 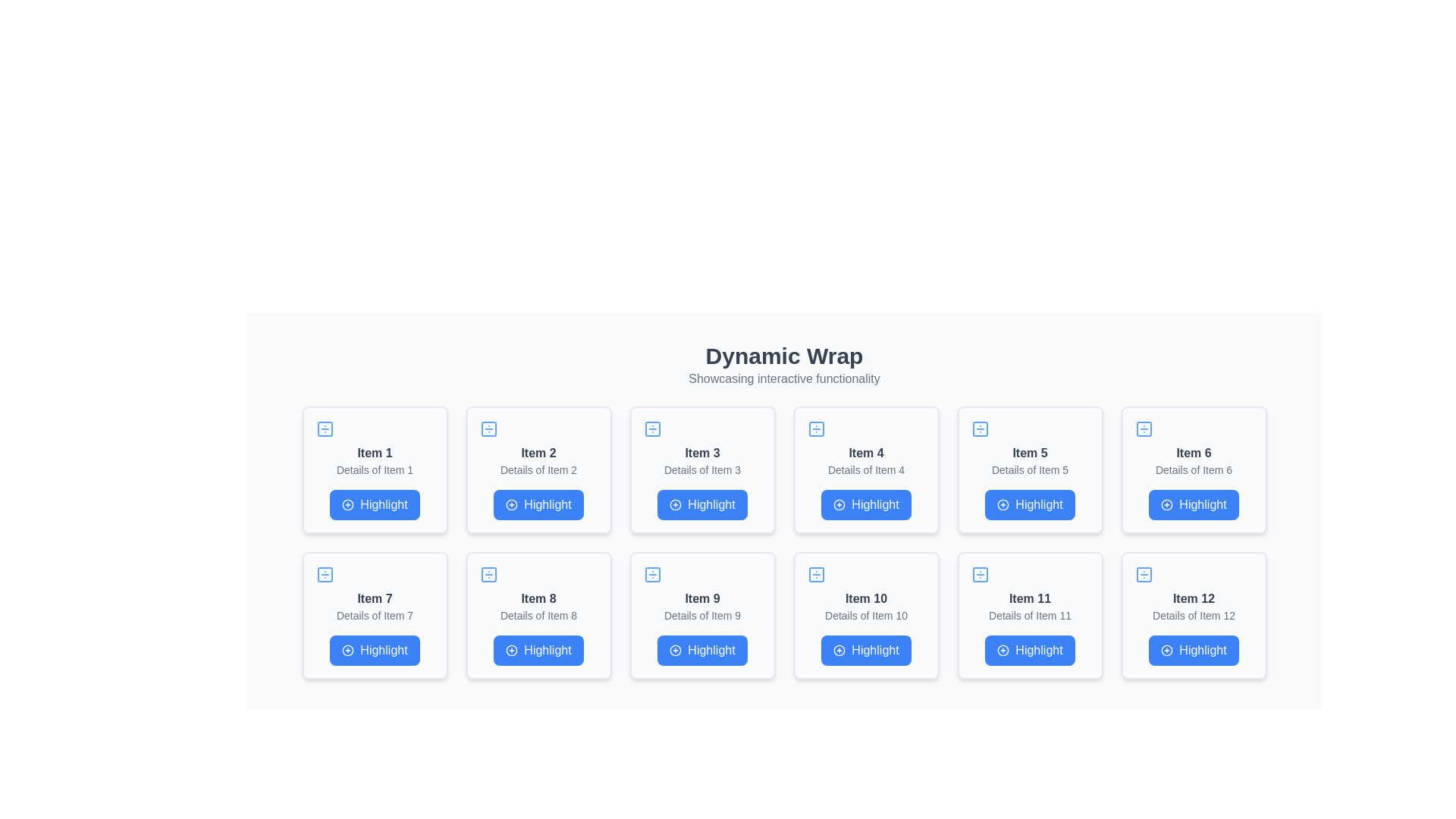 I want to click on the descriptive text label for 'Item 1', which is located beneath the title and above the blue-highlighted button labeled 'Highlight', so click(x=375, y=469).